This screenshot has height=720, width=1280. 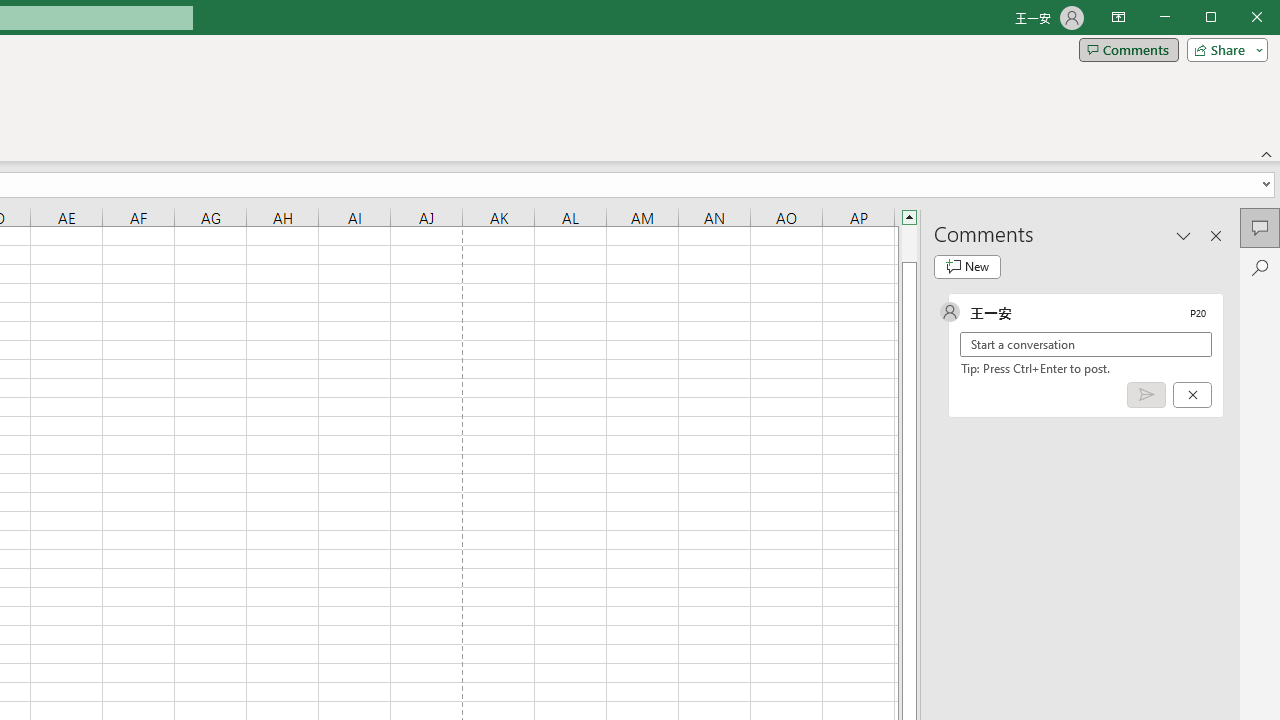 What do you see at coordinates (1259, 266) in the screenshot?
I see `'Search'` at bounding box center [1259, 266].